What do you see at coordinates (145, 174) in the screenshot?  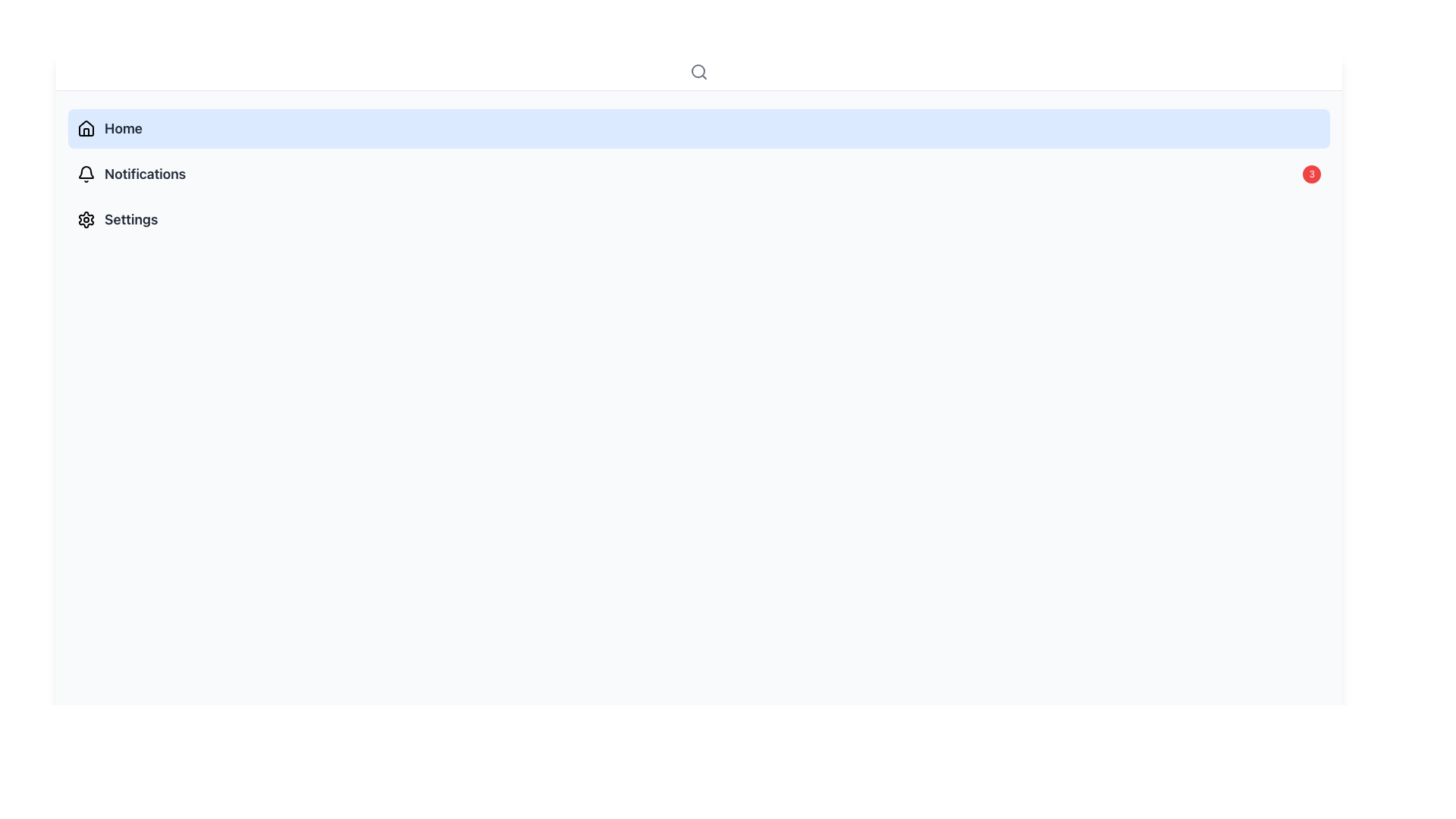 I see `the text label in the sidebar menu that directs to the notifications page, positioned below 'Home' and above 'Settings'` at bounding box center [145, 174].